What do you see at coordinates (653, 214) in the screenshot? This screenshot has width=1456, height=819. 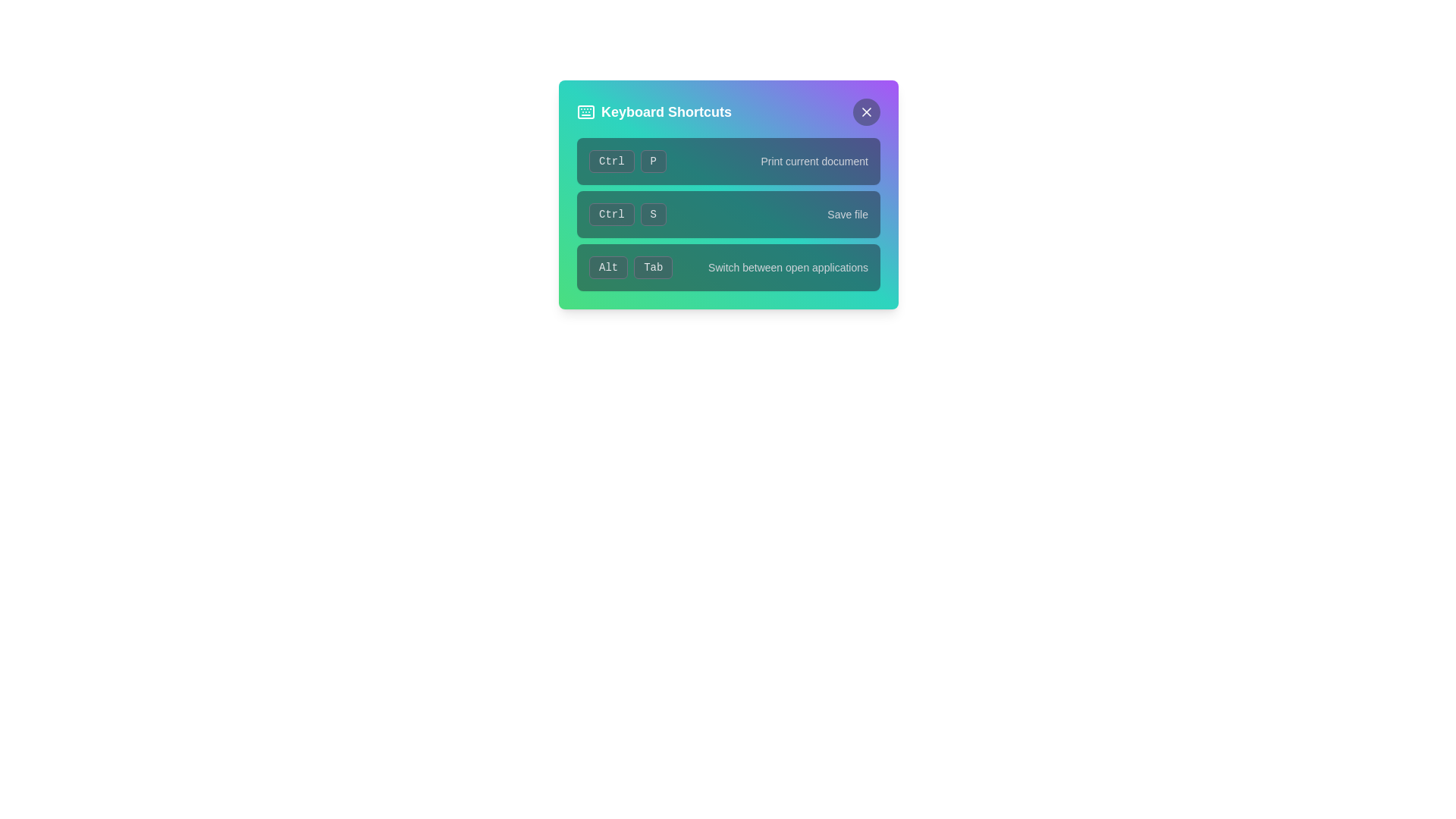 I see `the rounded rectangular button labeled 'S' with a dark background and light text, located in the second row of a key combination group next to the 'Ctrl' button` at bounding box center [653, 214].